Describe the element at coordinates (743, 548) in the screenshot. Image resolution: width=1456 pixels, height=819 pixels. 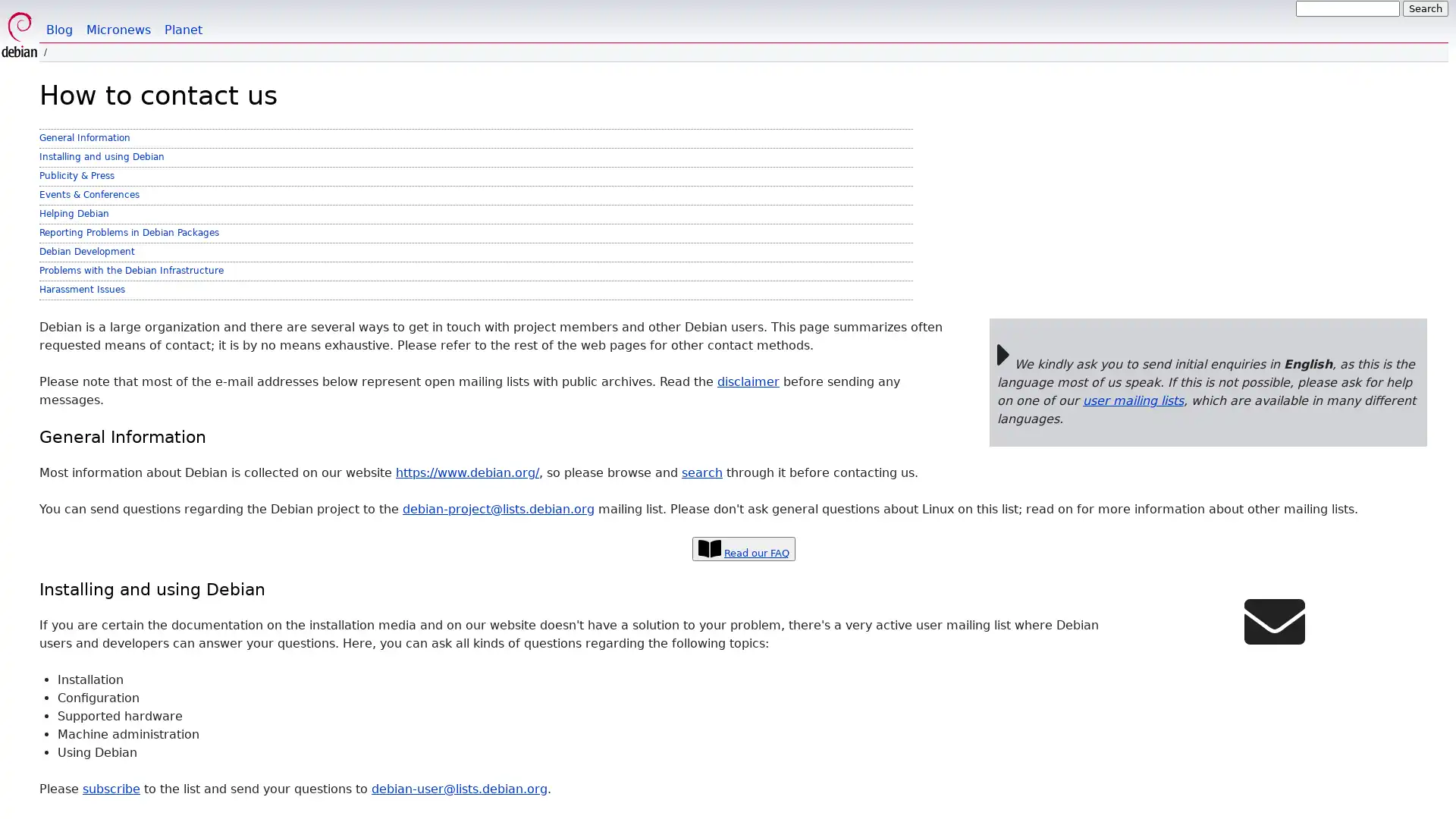
I see `Read our FAQ` at that location.